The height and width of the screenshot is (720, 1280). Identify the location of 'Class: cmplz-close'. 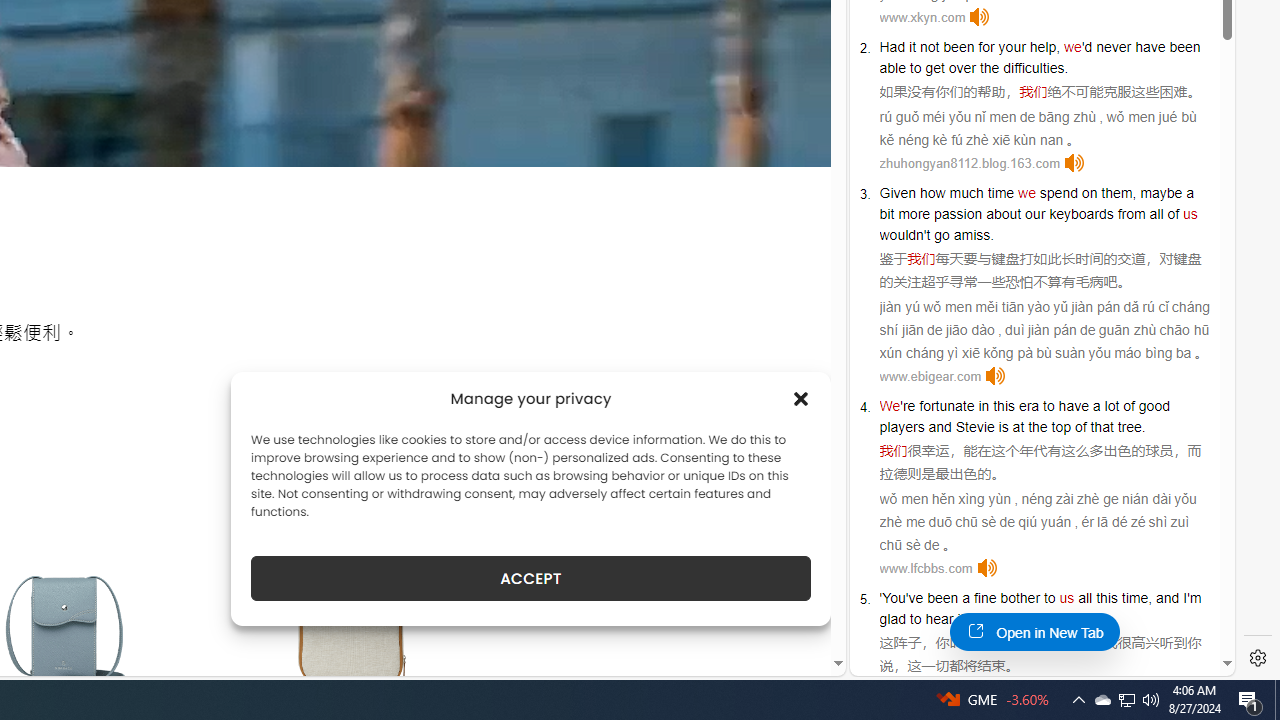
(801, 398).